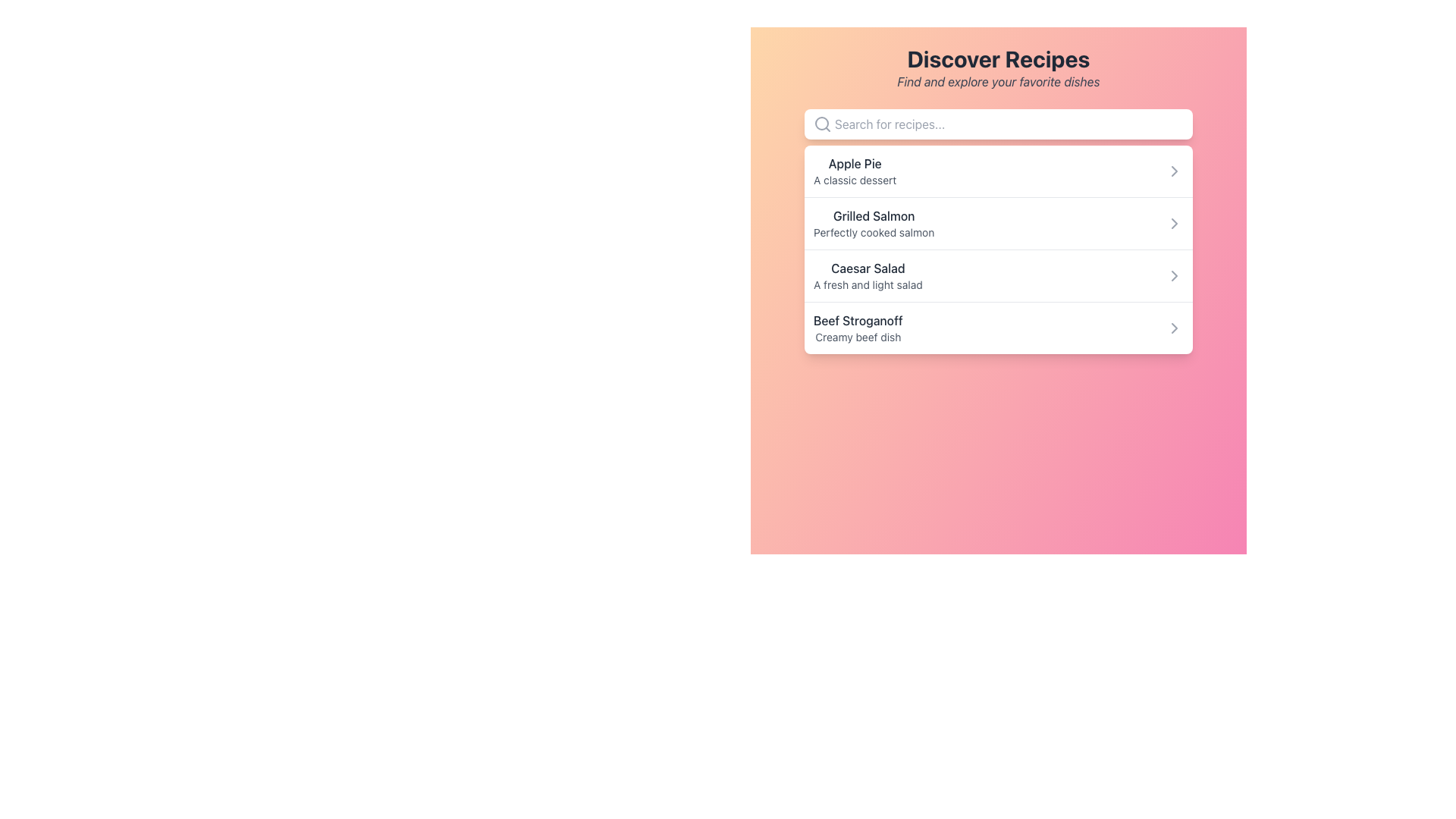 Image resolution: width=1456 pixels, height=819 pixels. What do you see at coordinates (874, 216) in the screenshot?
I see `text label displaying 'Grilled Salmon' which is styled as a header in dark gray within a vertical list layout` at bounding box center [874, 216].